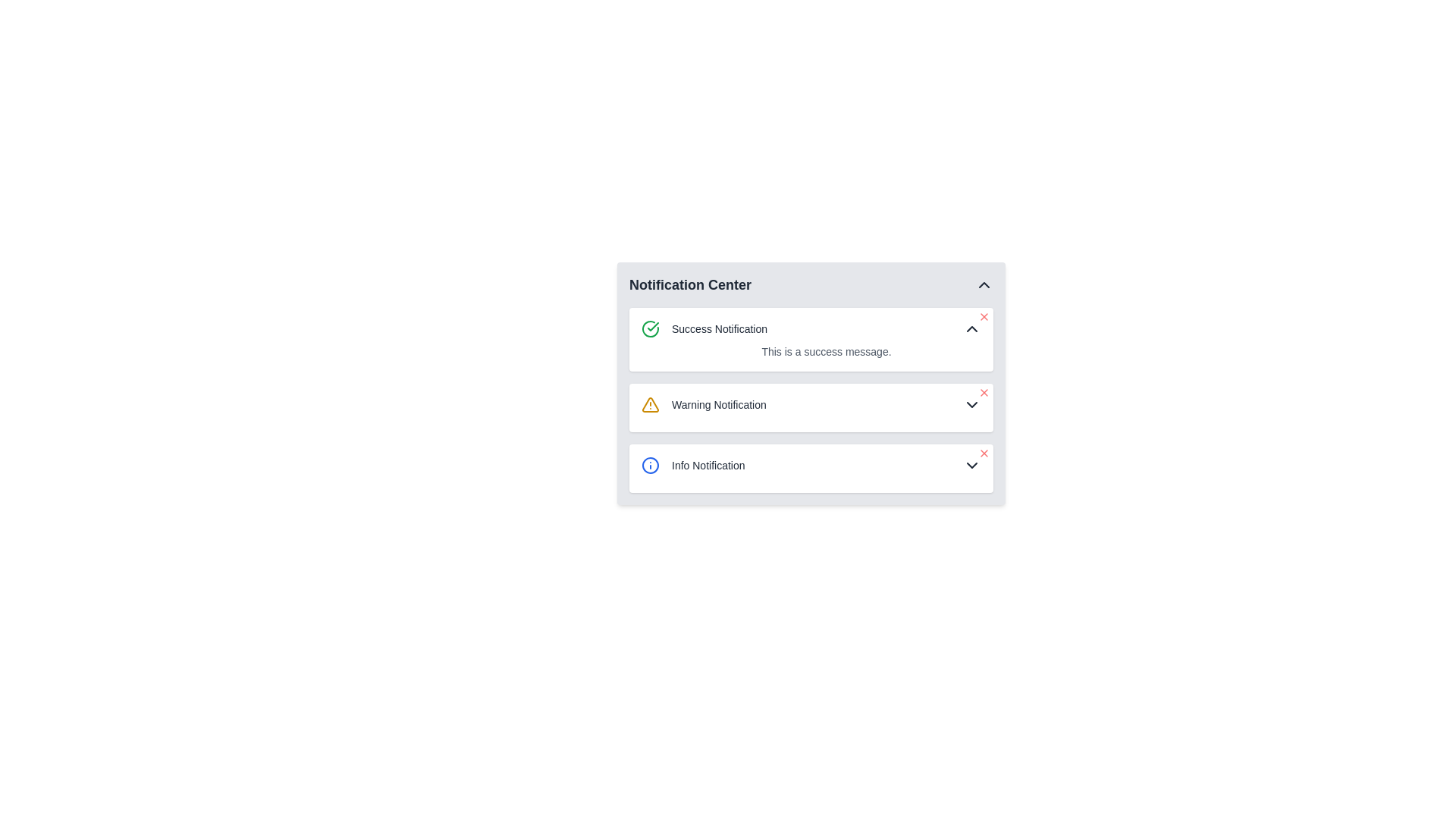 The height and width of the screenshot is (819, 1456). I want to click on the Notification Section in the Notification Center, which displays three types of messages: 'Success Notification,' 'Warning Notification,' and 'Info Notification.', so click(811, 400).